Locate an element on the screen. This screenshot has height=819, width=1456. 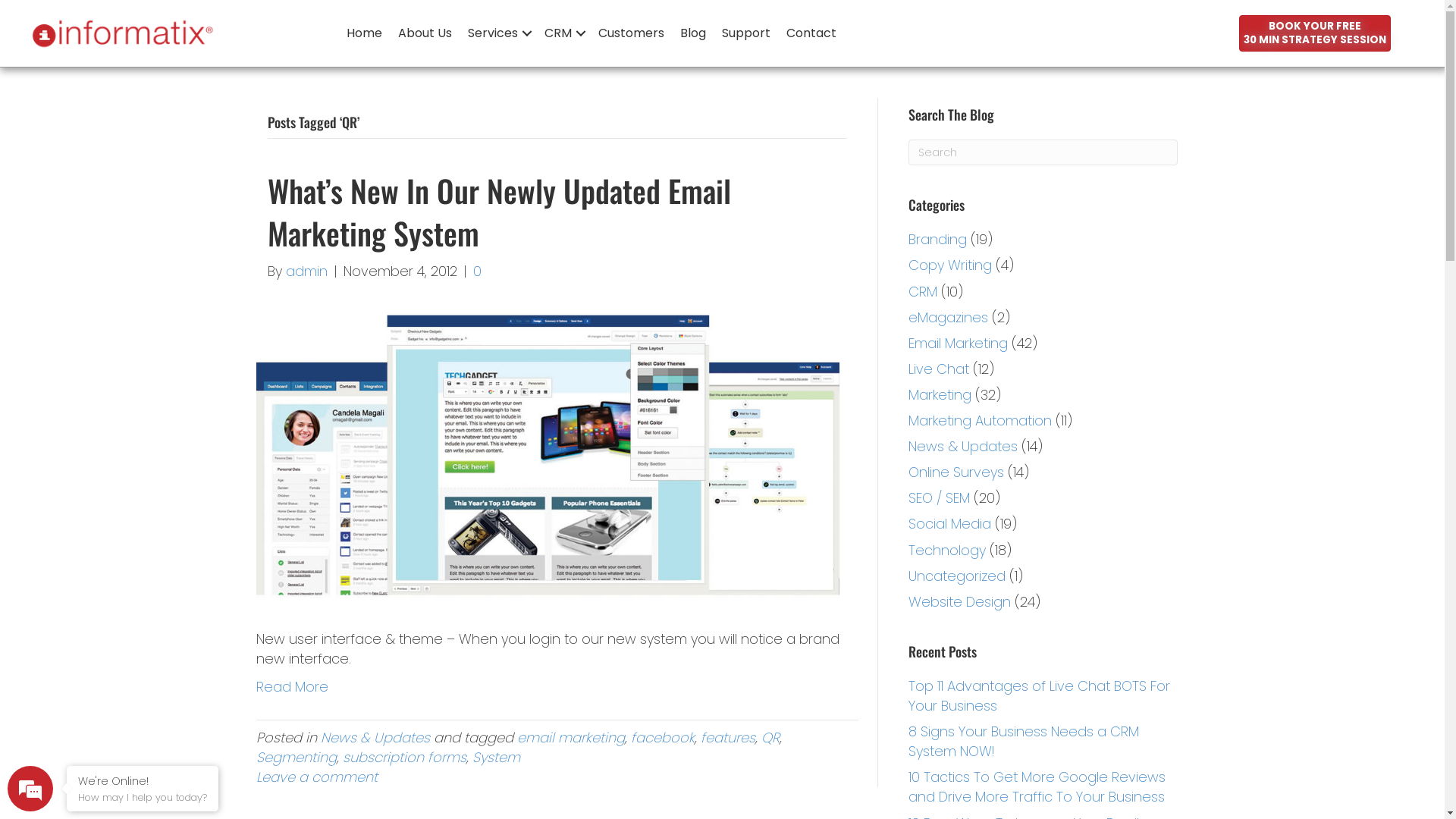
'Live Chat' is located at coordinates (938, 369).